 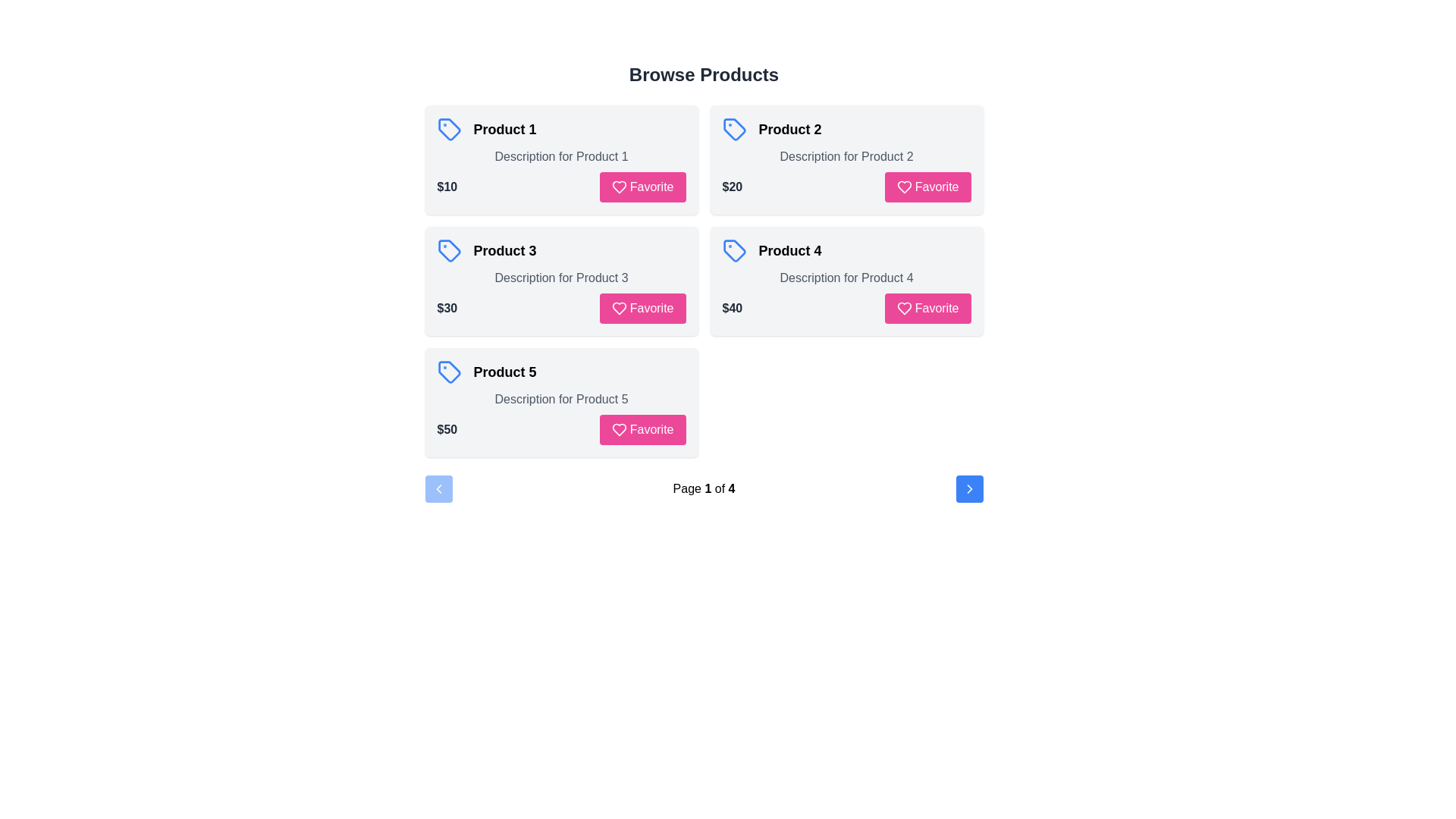 What do you see at coordinates (642, 430) in the screenshot?
I see `the 'Favorite' button with a pink background and heart icon located at the bottom right corner of the fifth product card titled 'Product 5' to favorite the item` at bounding box center [642, 430].